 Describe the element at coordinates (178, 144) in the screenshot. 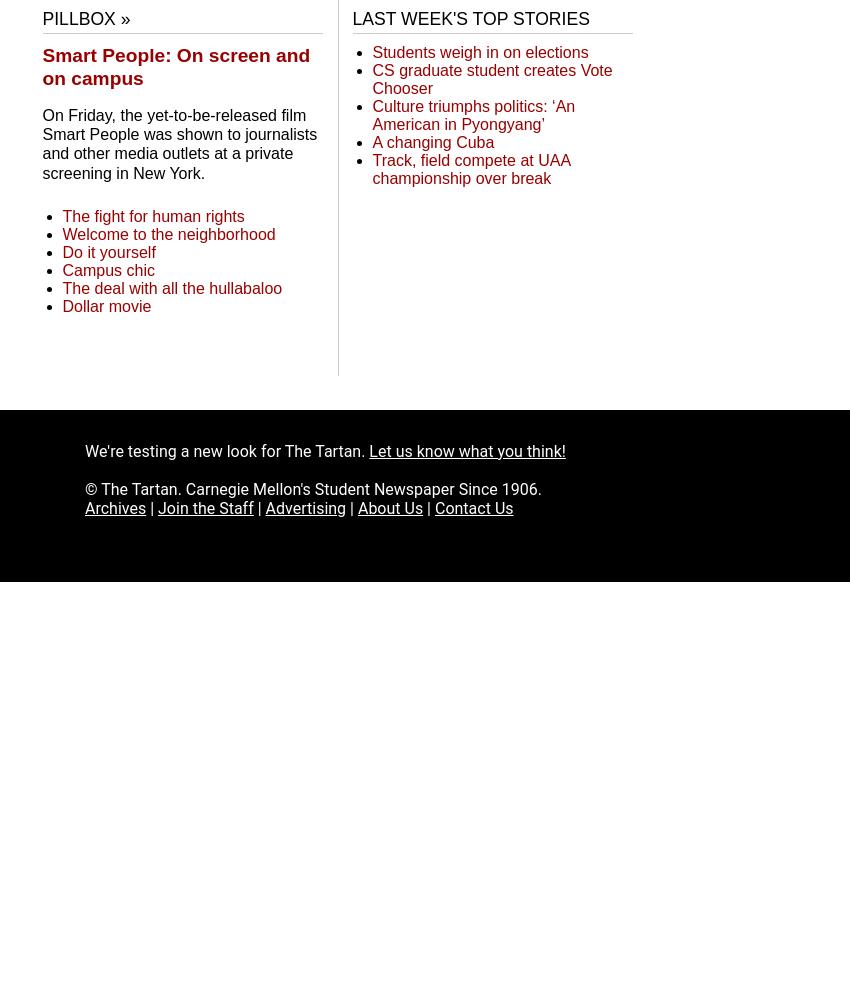

I see `'On Friday, the yet-to-be-released film Smart People was shown to journalists and other media outlets at a private screening in New York.'` at that location.